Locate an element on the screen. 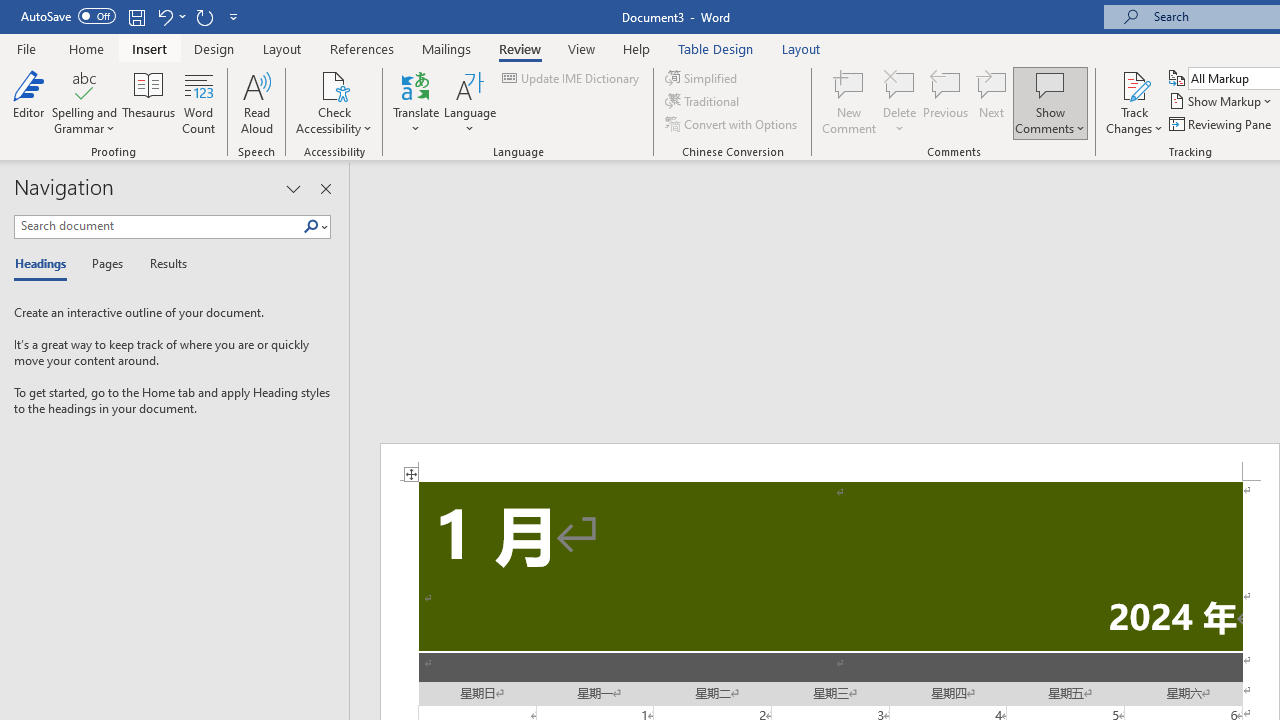 The height and width of the screenshot is (720, 1280). 'Thesaurus...' is located at coordinates (148, 103).